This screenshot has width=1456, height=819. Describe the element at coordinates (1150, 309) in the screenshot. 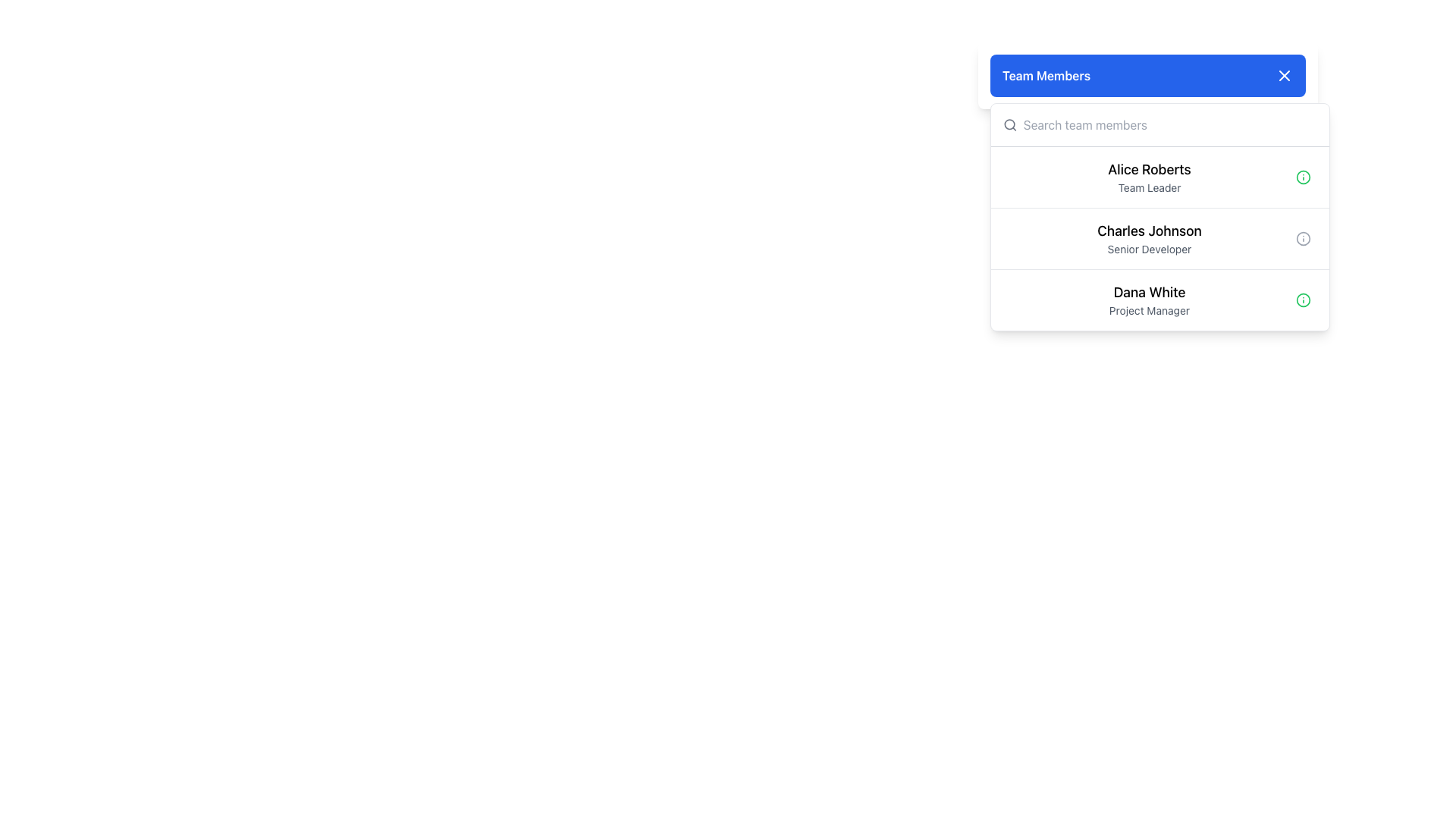

I see `the text label that serves as a descriptor for 'Dana White', located centrally below the name within the 'Team Members' dropdown panel` at that location.